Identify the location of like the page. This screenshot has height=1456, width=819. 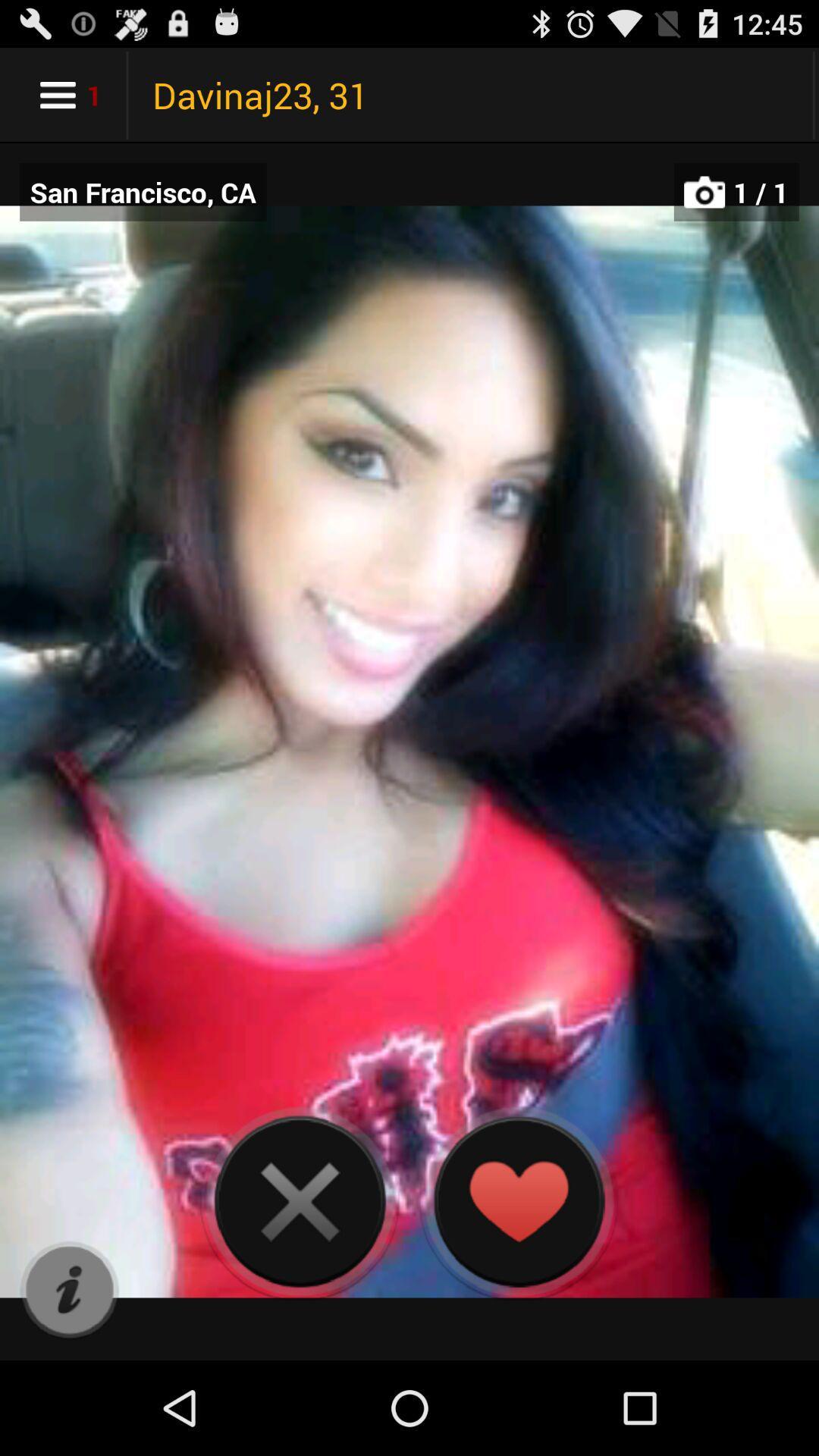
(517, 1200).